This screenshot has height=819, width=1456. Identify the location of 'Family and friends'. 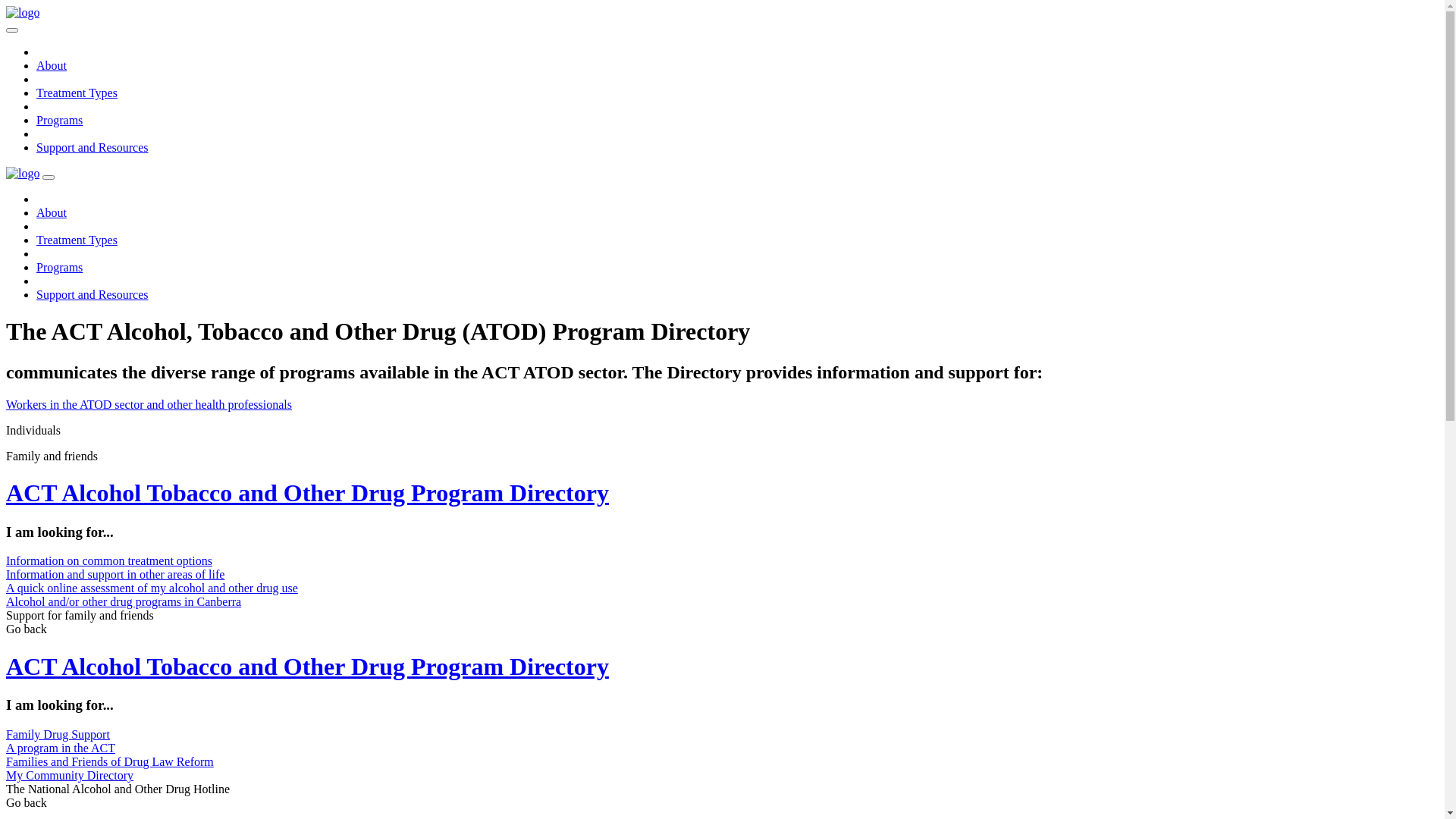
(6, 455).